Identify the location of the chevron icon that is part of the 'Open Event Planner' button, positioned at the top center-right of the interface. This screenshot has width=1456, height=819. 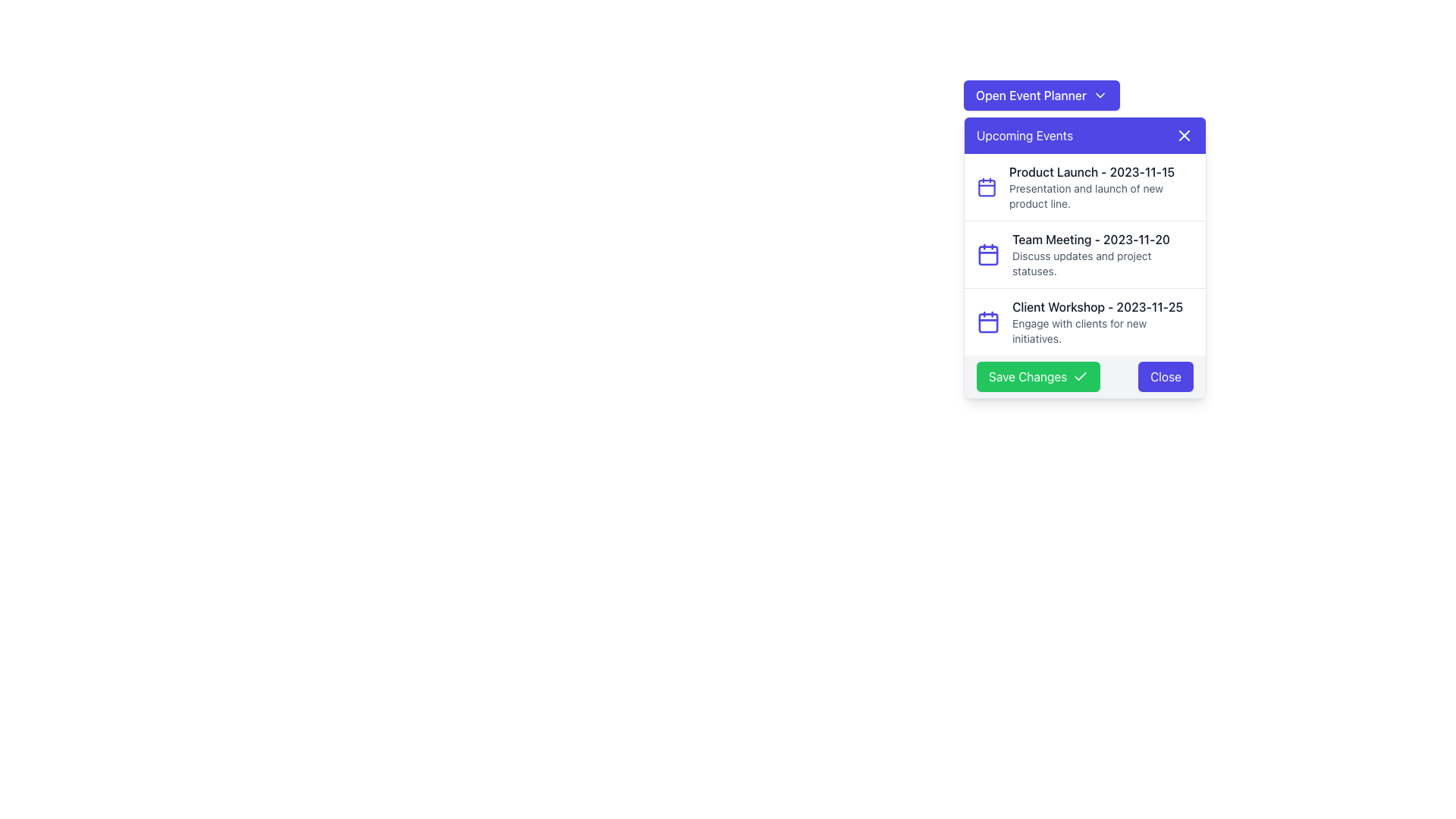
(1100, 96).